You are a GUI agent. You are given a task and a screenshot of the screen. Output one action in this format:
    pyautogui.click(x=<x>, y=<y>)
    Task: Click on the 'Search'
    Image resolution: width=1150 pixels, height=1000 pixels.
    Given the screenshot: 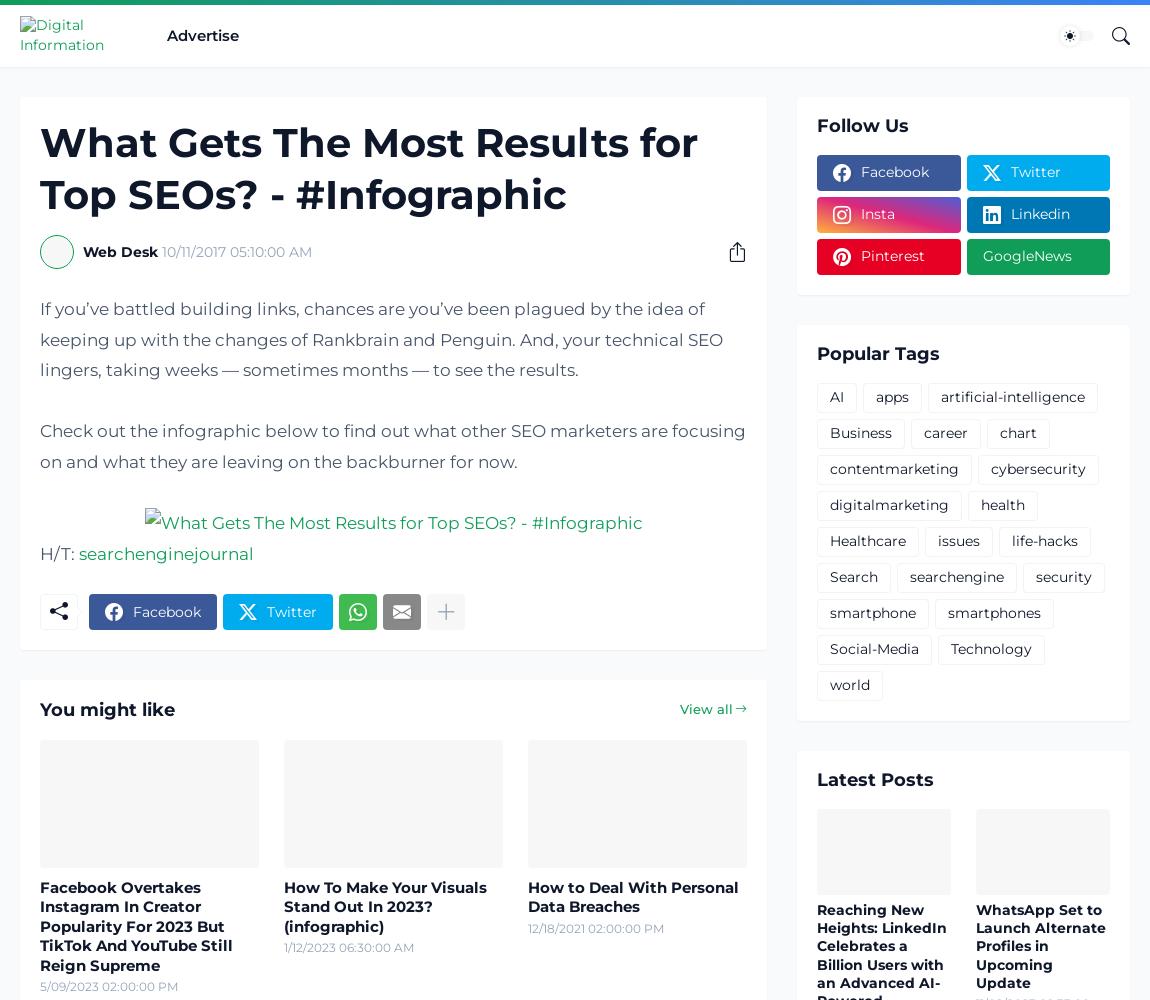 What is the action you would take?
    pyautogui.click(x=852, y=576)
    